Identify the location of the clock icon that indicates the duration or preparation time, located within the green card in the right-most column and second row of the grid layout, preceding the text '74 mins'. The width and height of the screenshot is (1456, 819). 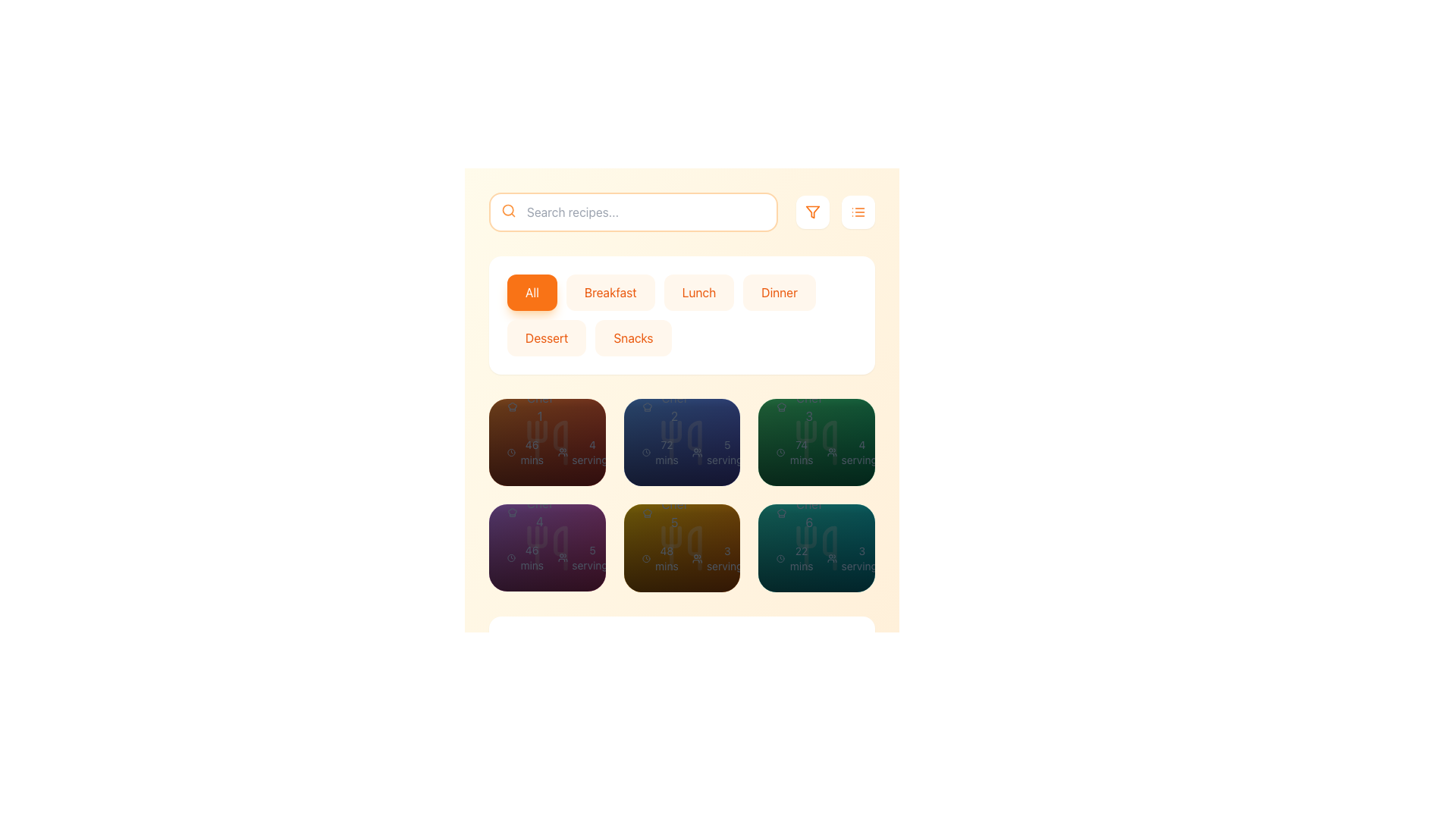
(780, 452).